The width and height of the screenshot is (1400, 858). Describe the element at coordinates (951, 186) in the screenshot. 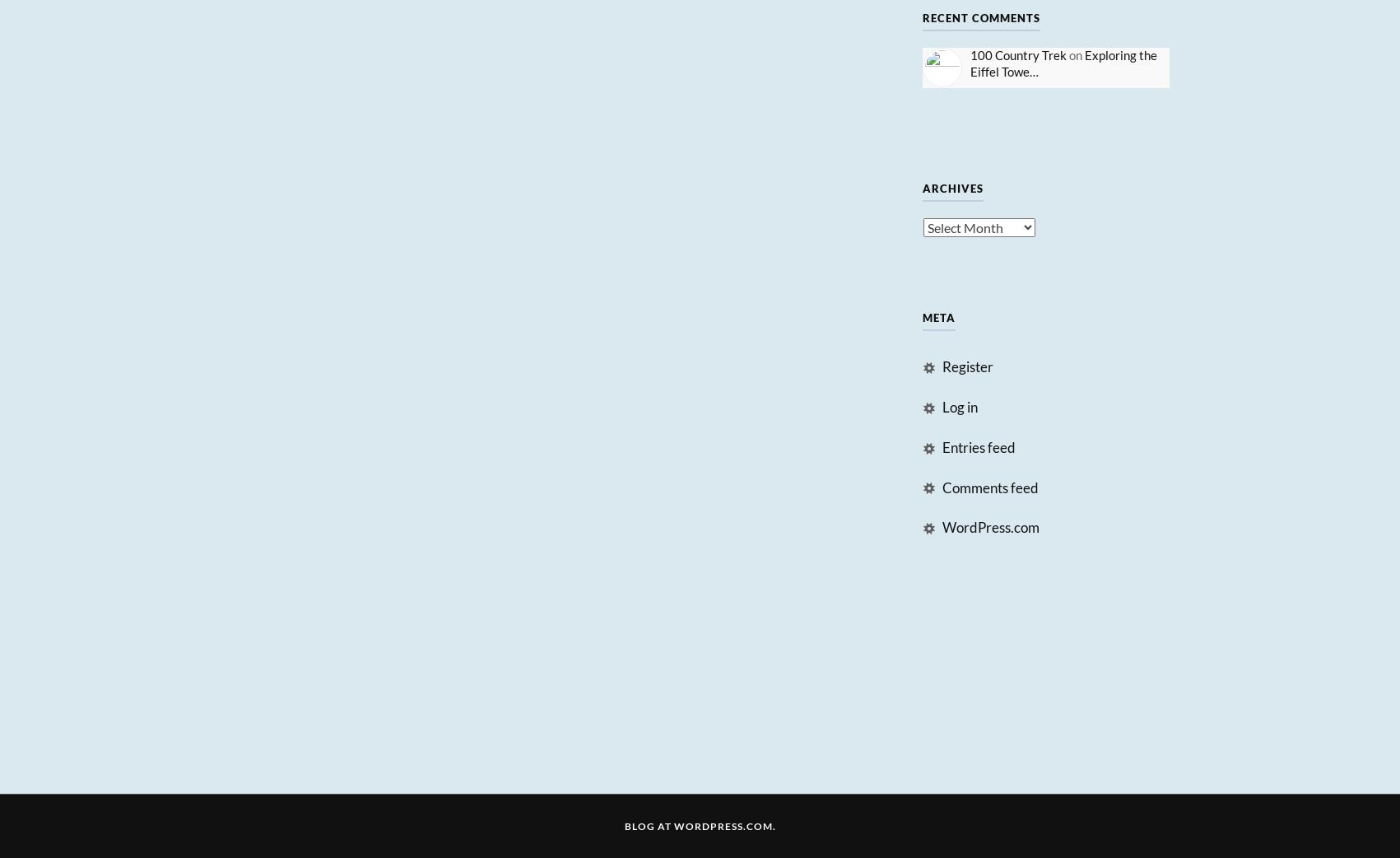

I see `'Archives'` at that location.